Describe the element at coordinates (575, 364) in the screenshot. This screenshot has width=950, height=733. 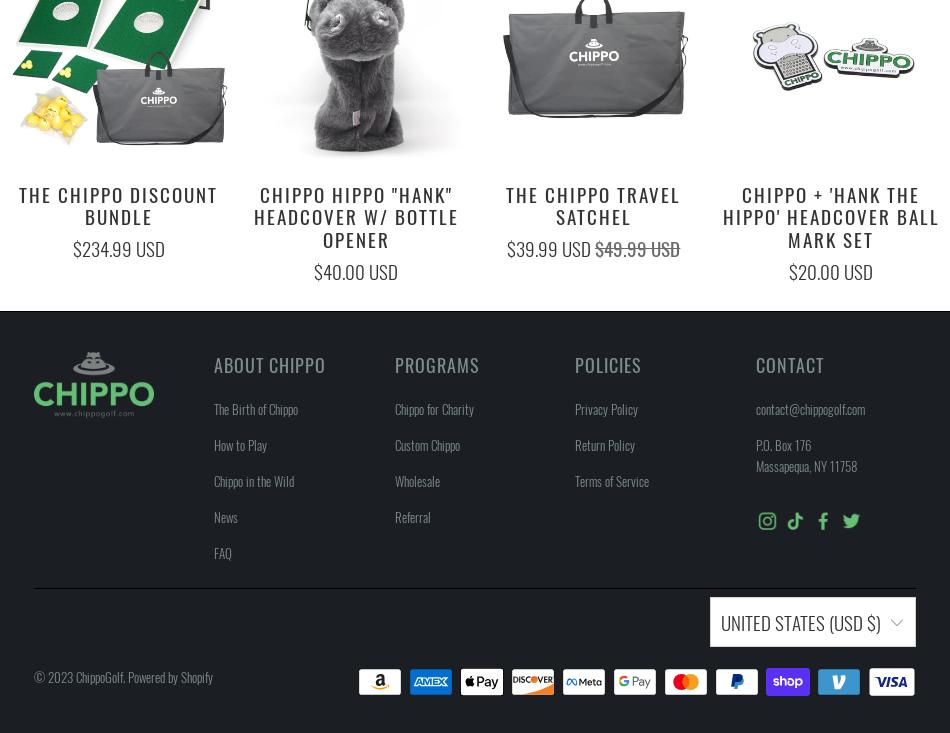
I see `'Policies'` at that location.